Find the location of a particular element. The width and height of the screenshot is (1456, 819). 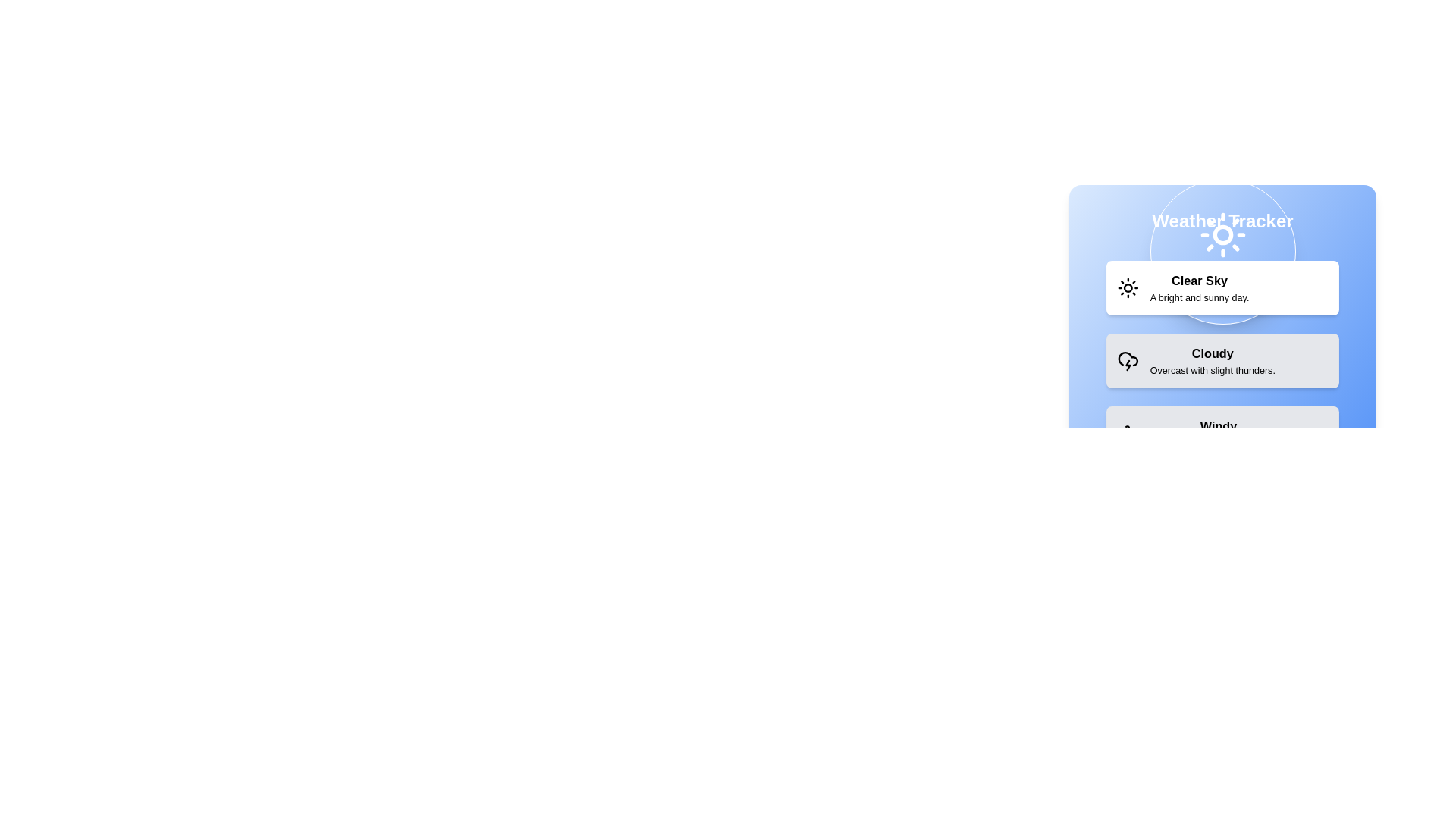

text label that displays the weather status, which says 'Clear Sky' and is styled in bold white font is located at coordinates (1222, 281).